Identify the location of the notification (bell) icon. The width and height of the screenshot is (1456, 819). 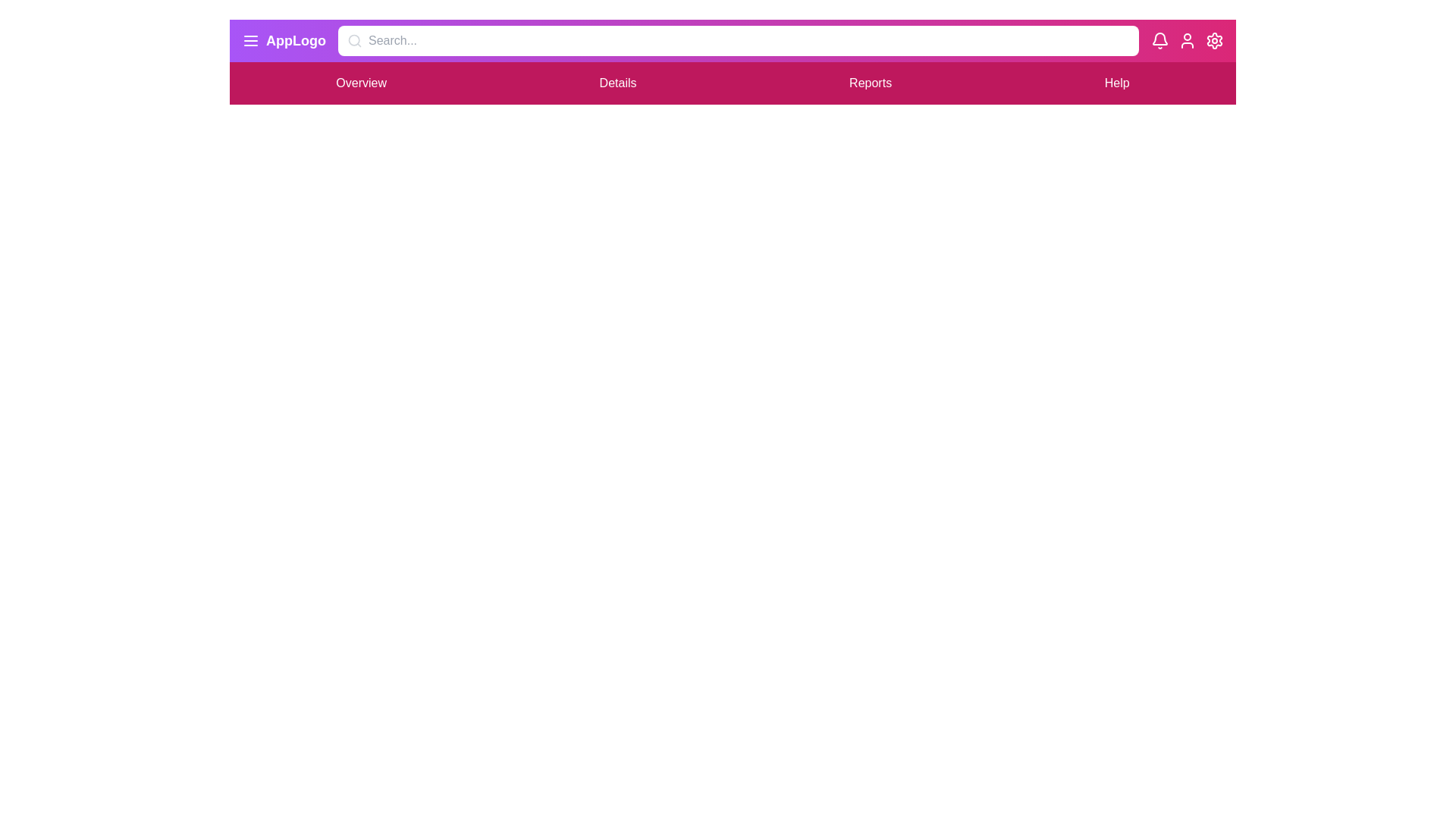
(1159, 40).